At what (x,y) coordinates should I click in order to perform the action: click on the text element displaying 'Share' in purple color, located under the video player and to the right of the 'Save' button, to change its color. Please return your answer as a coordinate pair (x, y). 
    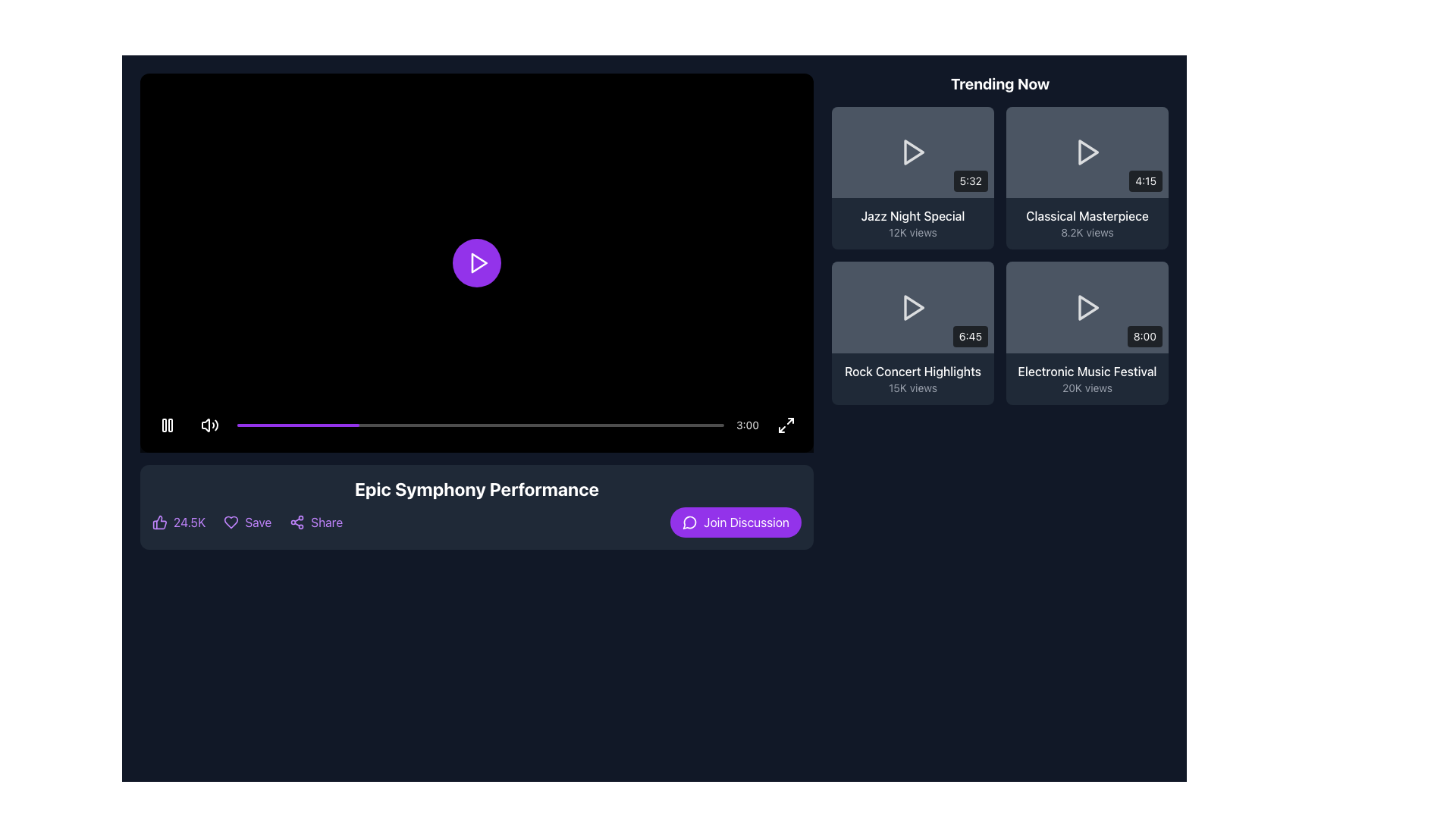
    Looking at the image, I should click on (326, 521).